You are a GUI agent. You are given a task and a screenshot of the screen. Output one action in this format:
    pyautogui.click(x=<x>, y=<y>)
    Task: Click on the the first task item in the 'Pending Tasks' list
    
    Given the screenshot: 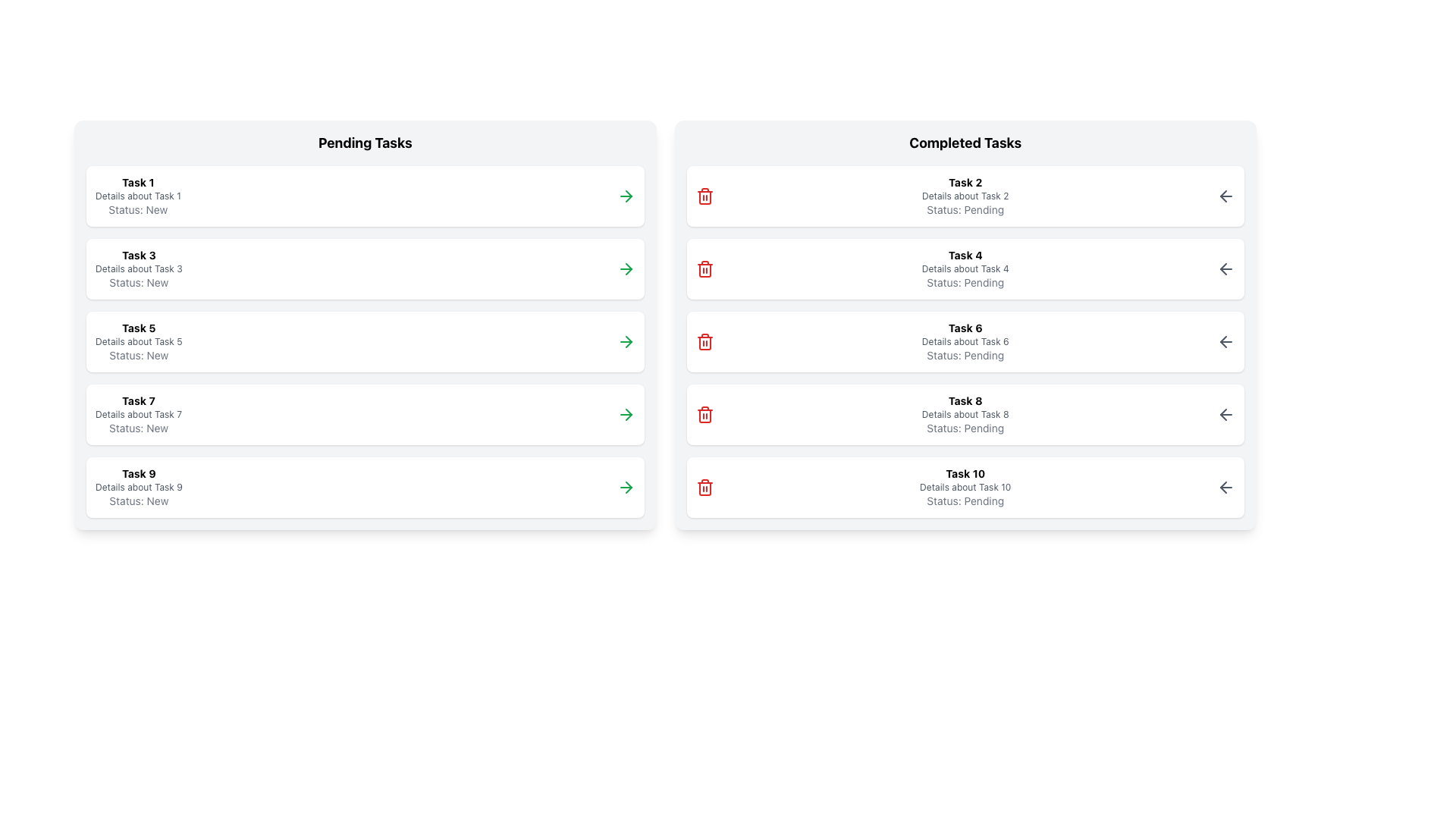 What is the action you would take?
    pyautogui.click(x=365, y=195)
    